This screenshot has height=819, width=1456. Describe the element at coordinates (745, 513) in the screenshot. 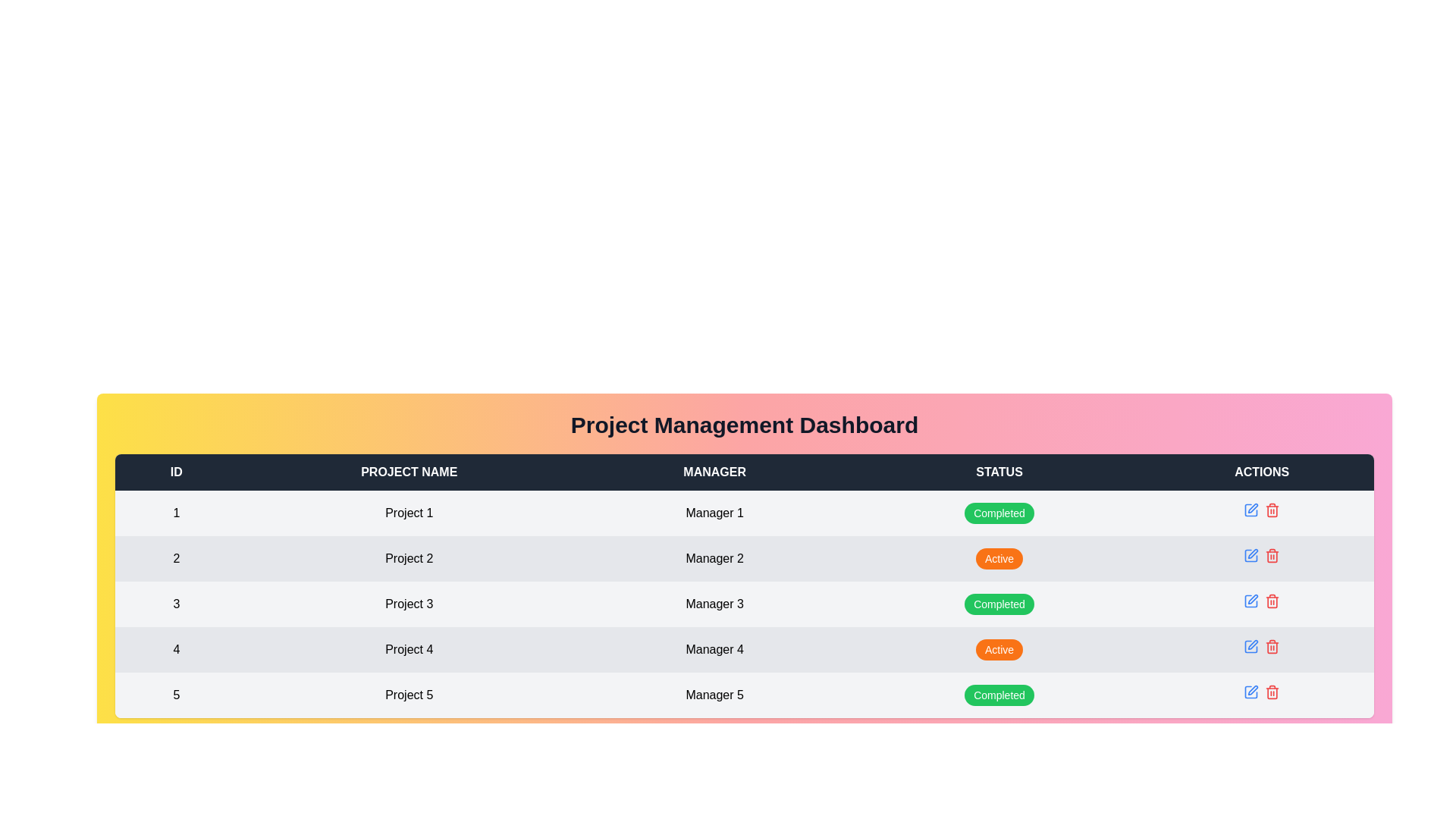

I see `values in the first row of the table displaying data, which includes ID, project name 'Project 1', manager name 'Manager 1', status 'Completed', and action icons` at that location.